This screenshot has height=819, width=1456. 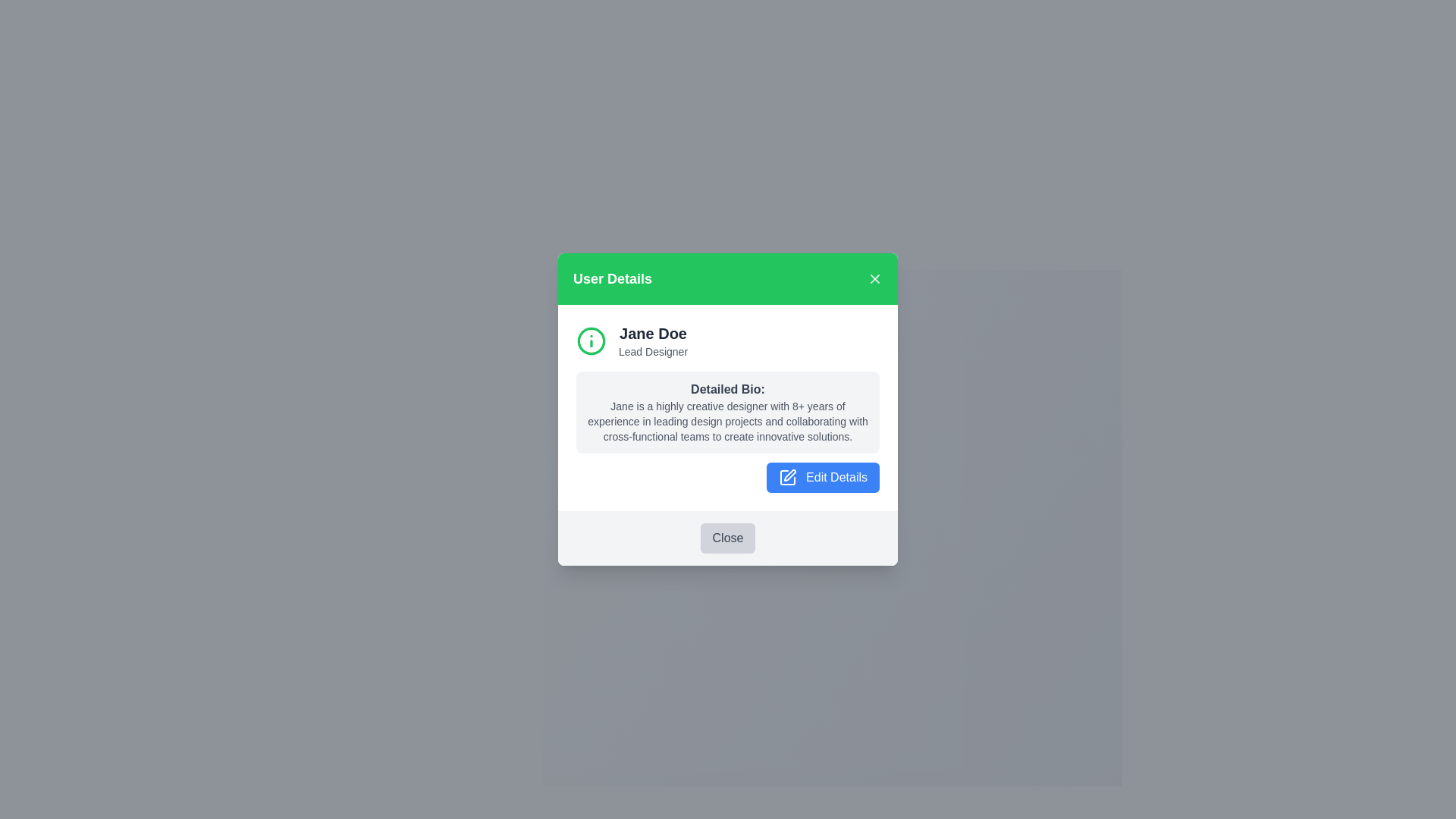 What do you see at coordinates (728, 388) in the screenshot?
I see `the Text label that serves as the primary label for the user's detailed biography section, which is located below the user's name and title` at bounding box center [728, 388].